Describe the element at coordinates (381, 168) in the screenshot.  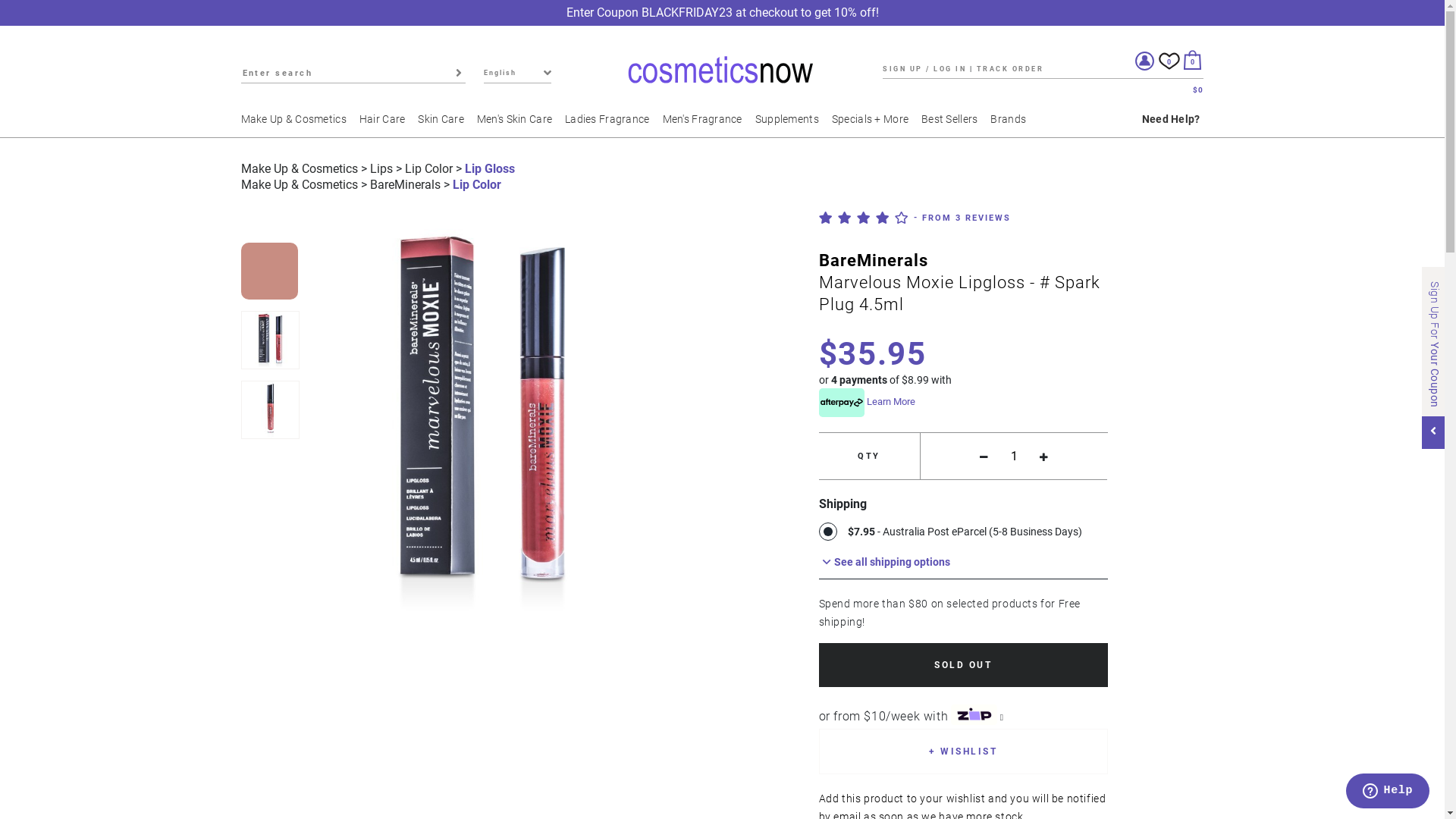
I see `'Lips'` at that location.